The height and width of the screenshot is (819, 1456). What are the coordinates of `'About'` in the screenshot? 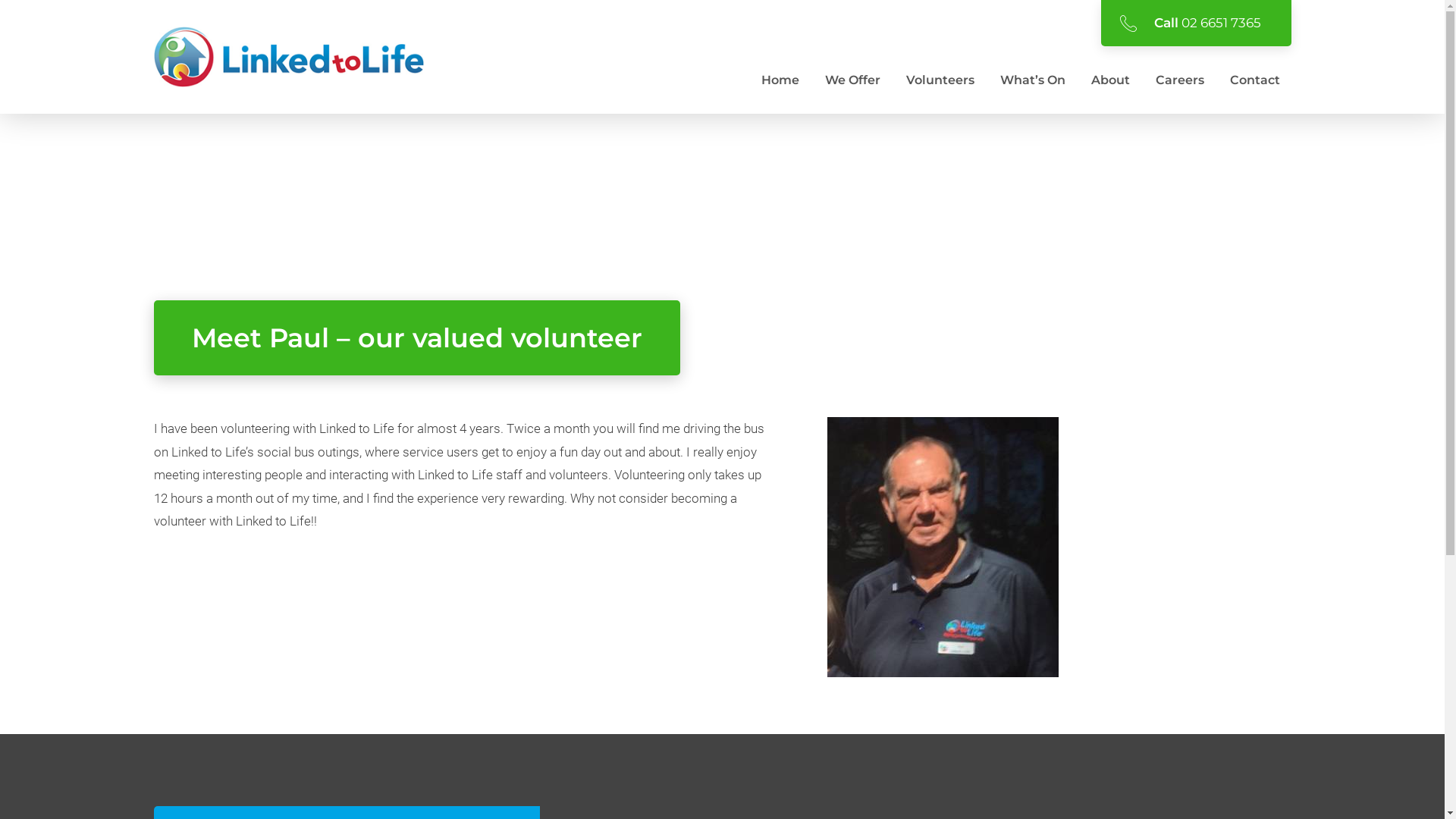 It's located at (1109, 80).